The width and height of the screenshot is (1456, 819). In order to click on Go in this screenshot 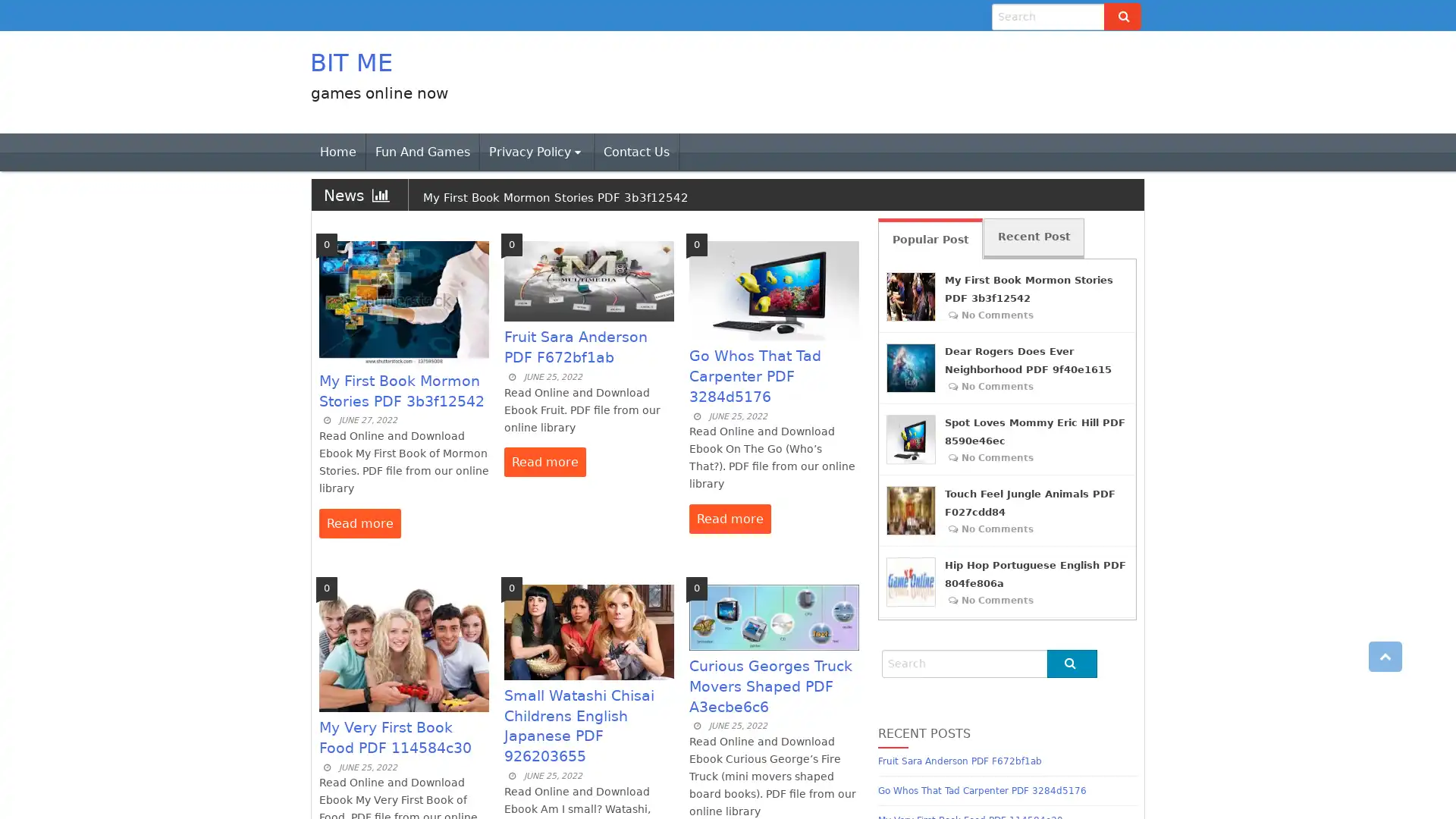, I will do `click(1122, 15)`.